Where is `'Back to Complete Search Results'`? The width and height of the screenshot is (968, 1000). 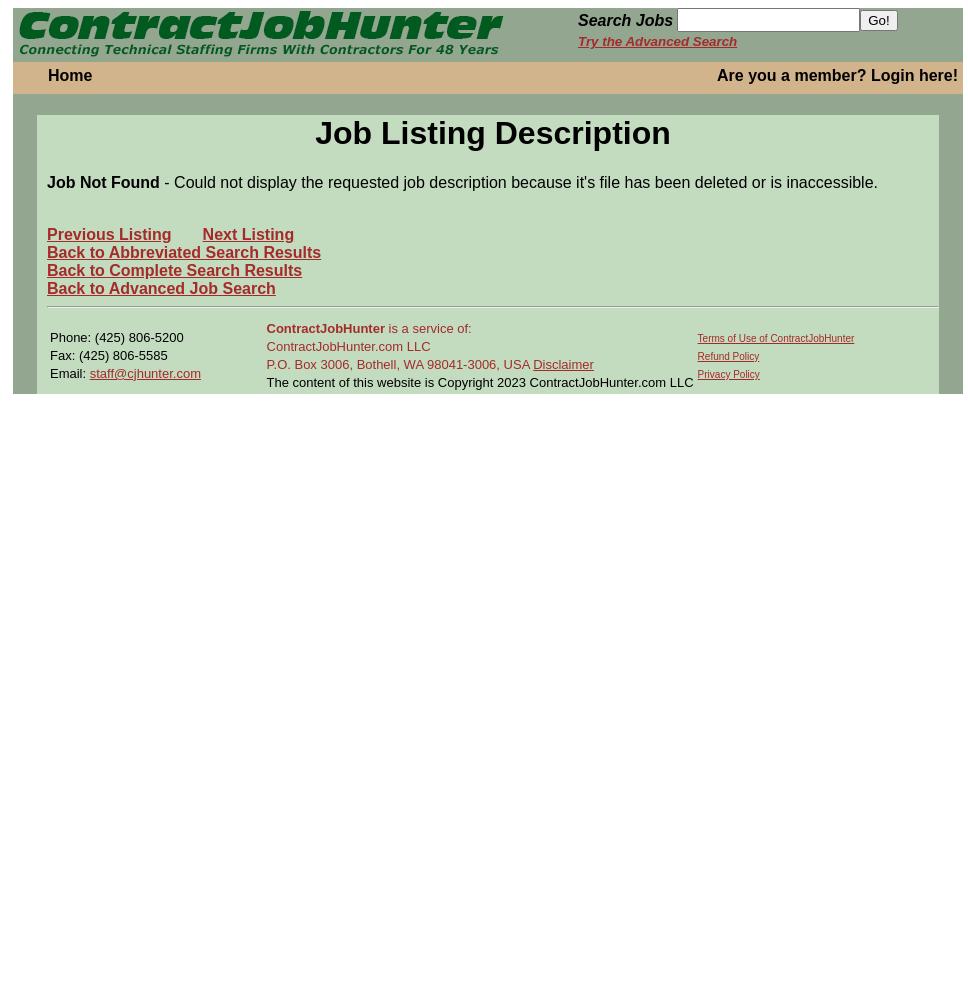 'Back to Complete Search Results' is located at coordinates (174, 269).